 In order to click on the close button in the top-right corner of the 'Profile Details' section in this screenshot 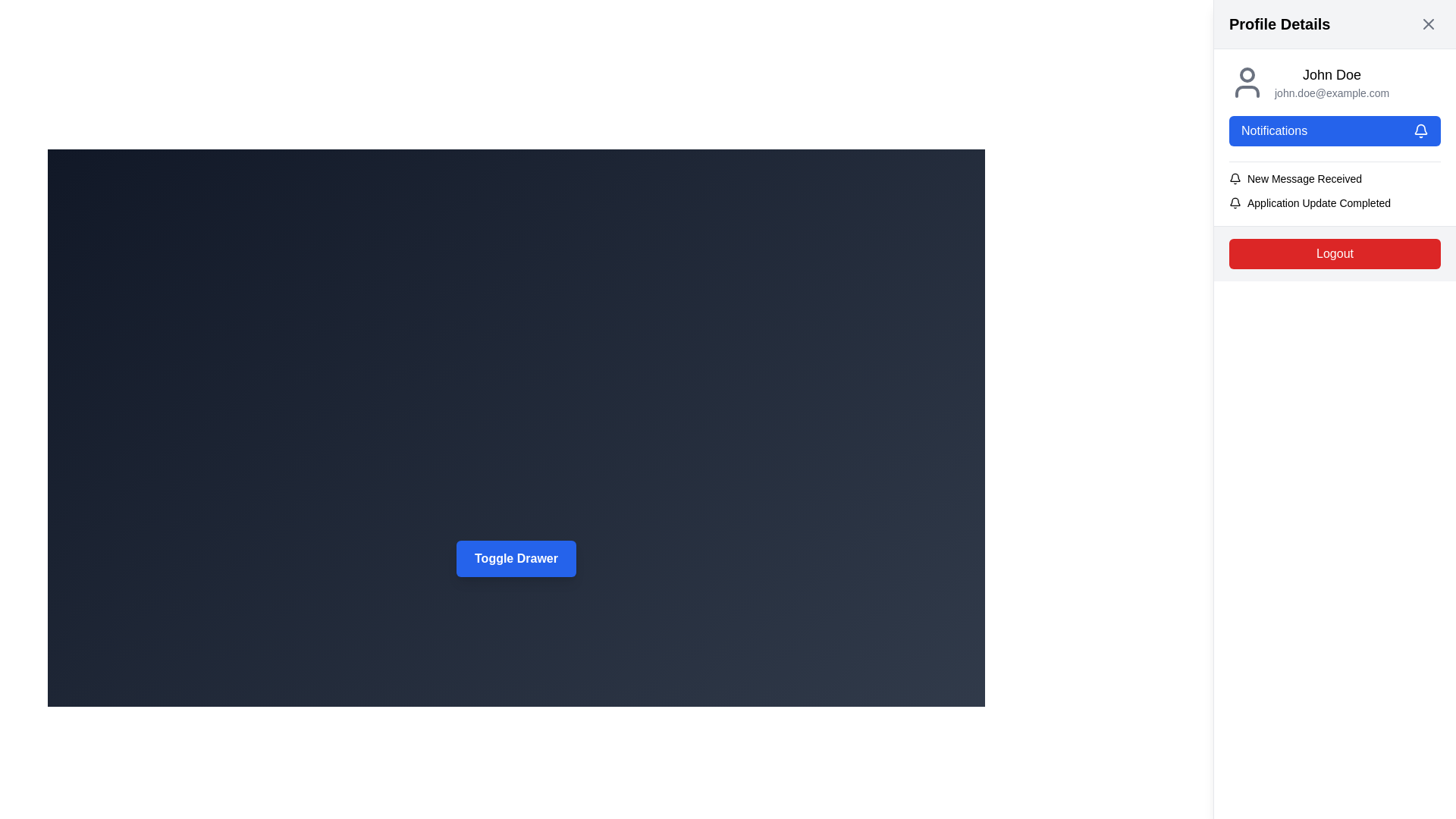, I will do `click(1427, 24)`.